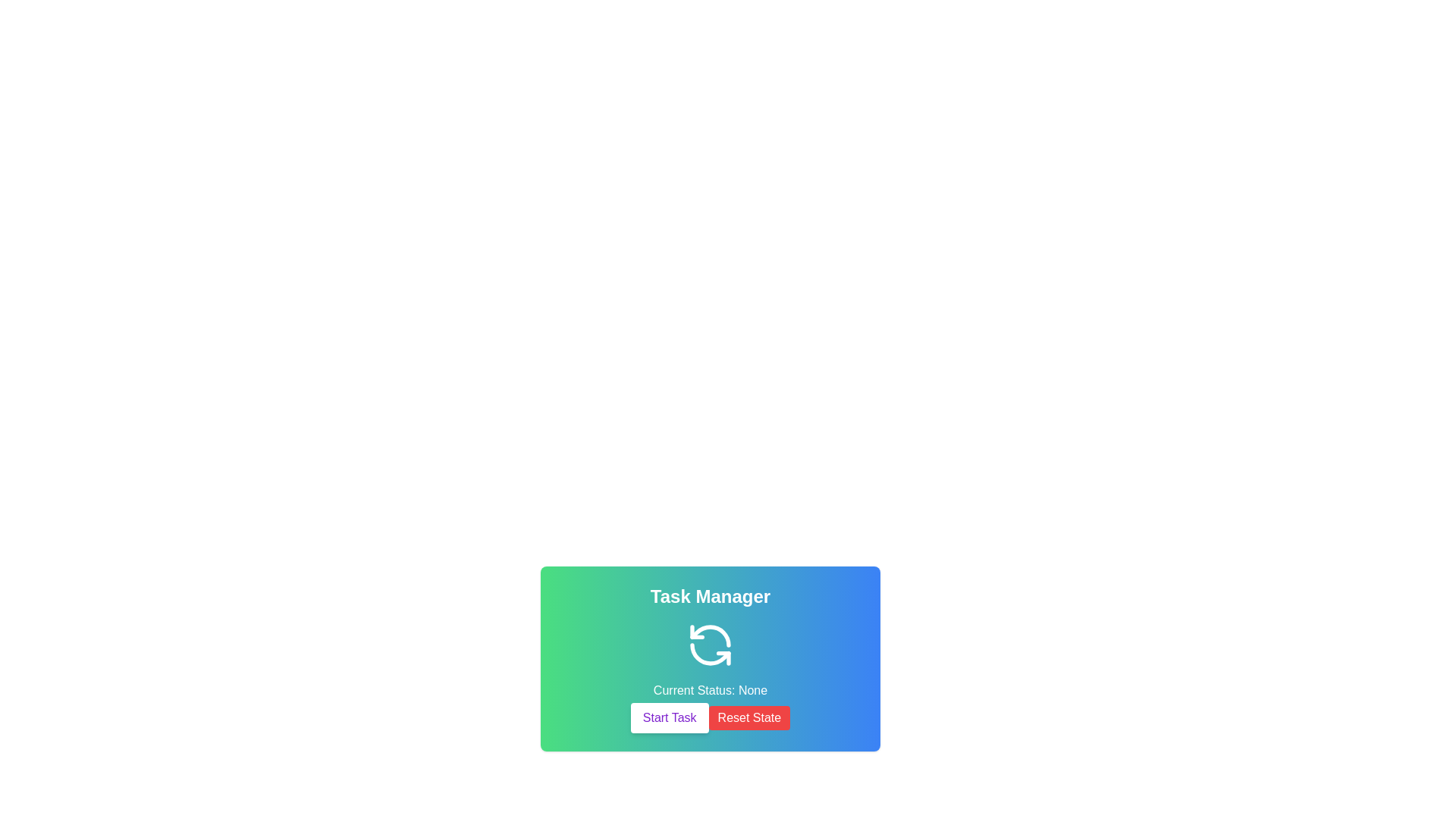  What do you see at coordinates (709, 636) in the screenshot?
I see `the topmost curved segment of the SVG-based circular refresh icon in the Task Manager interface` at bounding box center [709, 636].